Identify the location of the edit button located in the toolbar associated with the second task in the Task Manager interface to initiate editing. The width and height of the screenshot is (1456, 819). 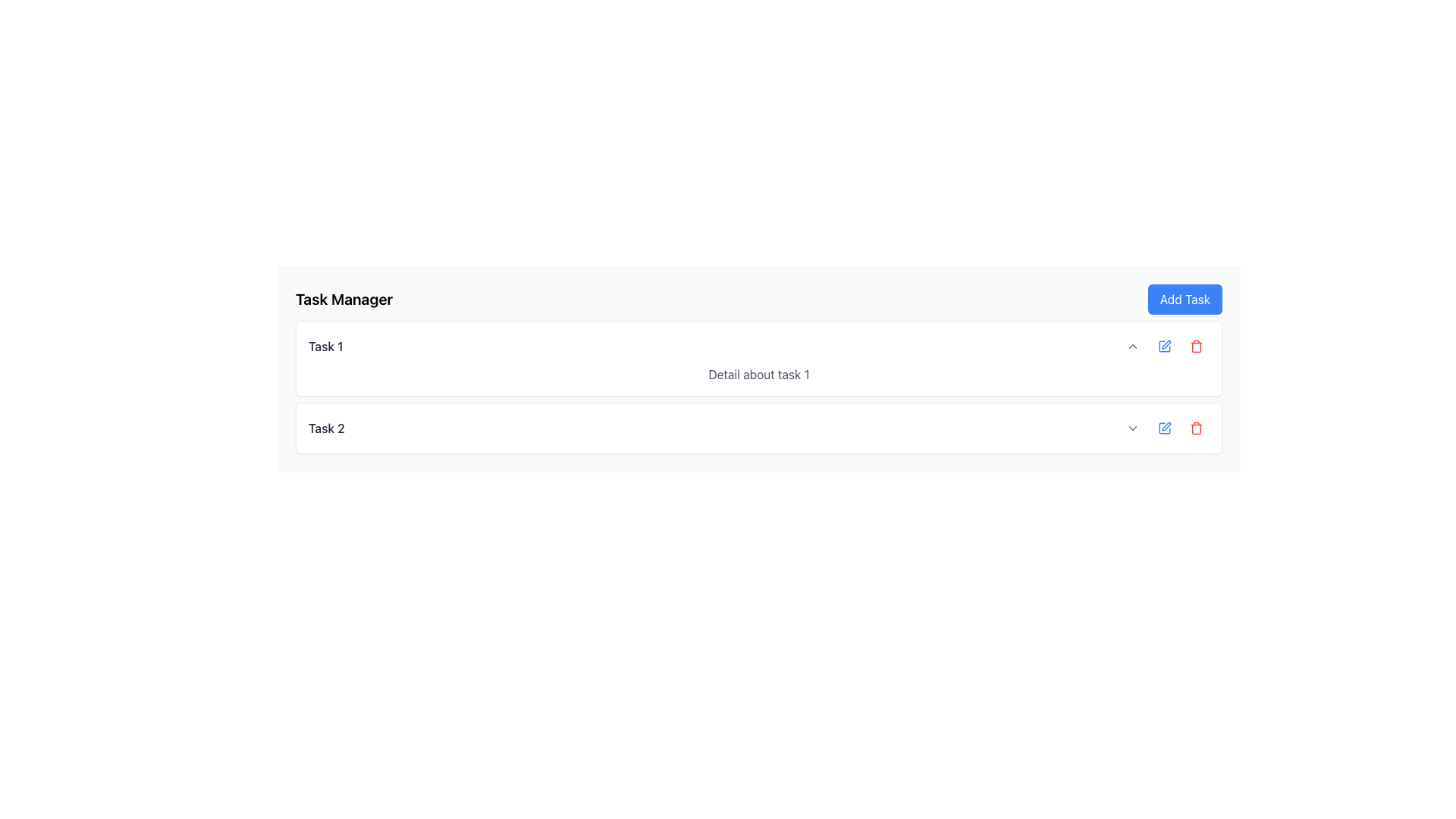
(1164, 428).